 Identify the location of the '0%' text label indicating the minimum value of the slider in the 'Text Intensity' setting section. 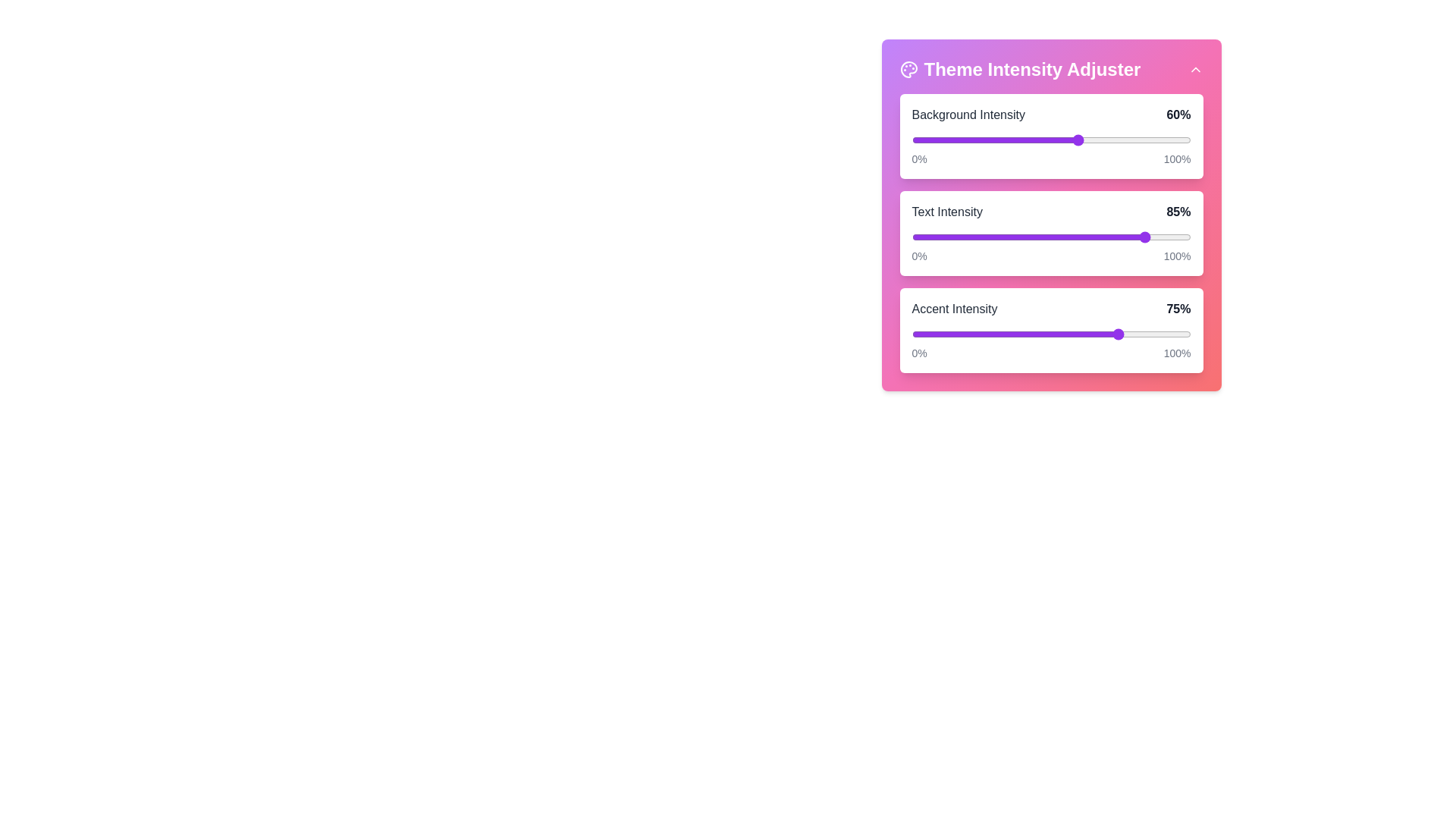
(1050, 256).